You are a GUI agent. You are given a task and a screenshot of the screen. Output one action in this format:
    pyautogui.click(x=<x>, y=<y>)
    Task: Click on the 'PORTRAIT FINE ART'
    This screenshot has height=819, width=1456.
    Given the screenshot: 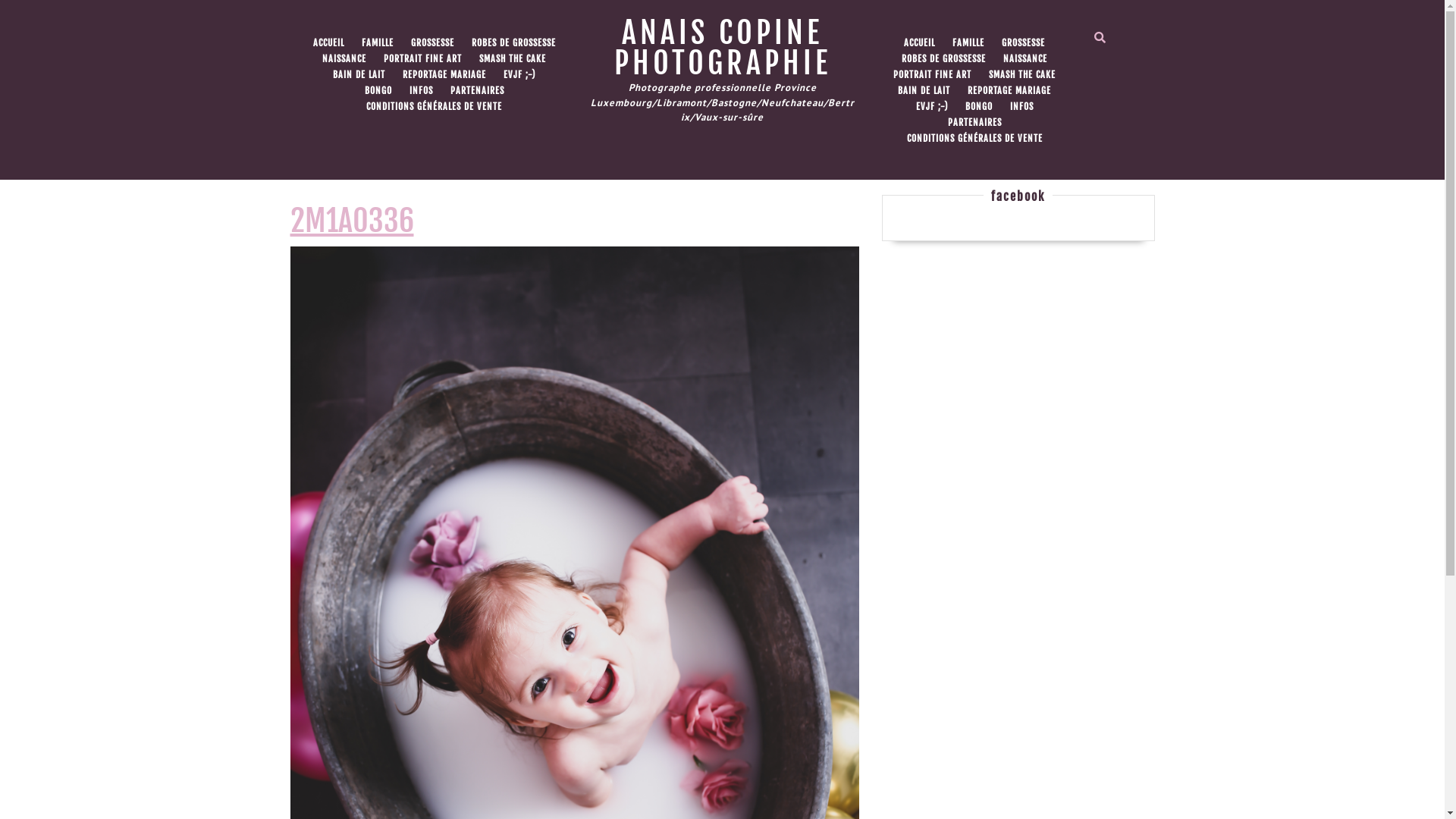 What is the action you would take?
    pyautogui.click(x=422, y=58)
    